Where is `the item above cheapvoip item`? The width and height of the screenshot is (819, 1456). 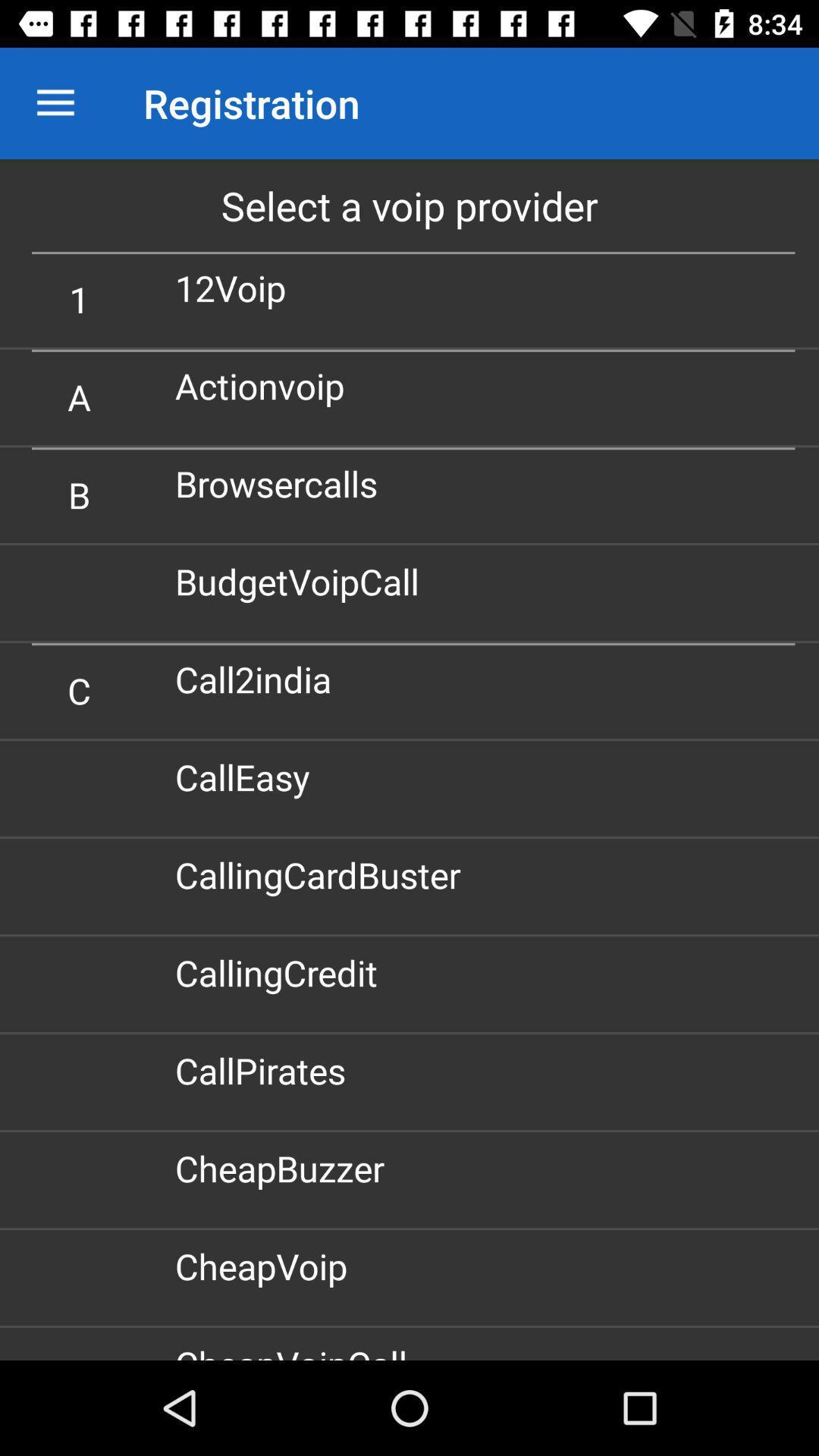
the item above cheapvoip item is located at coordinates (285, 1167).